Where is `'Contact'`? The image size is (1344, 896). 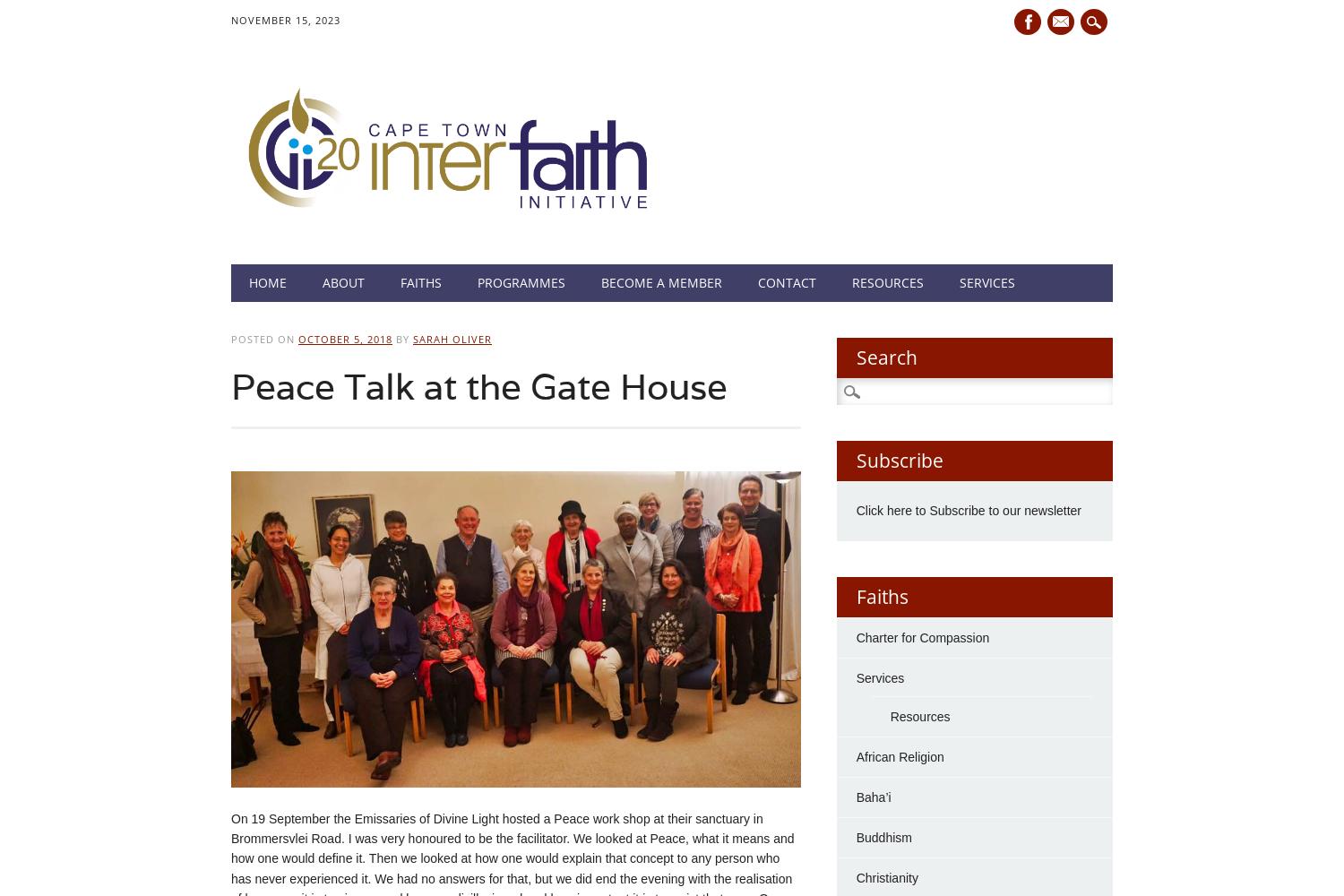
'Contact' is located at coordinates (787, 280).